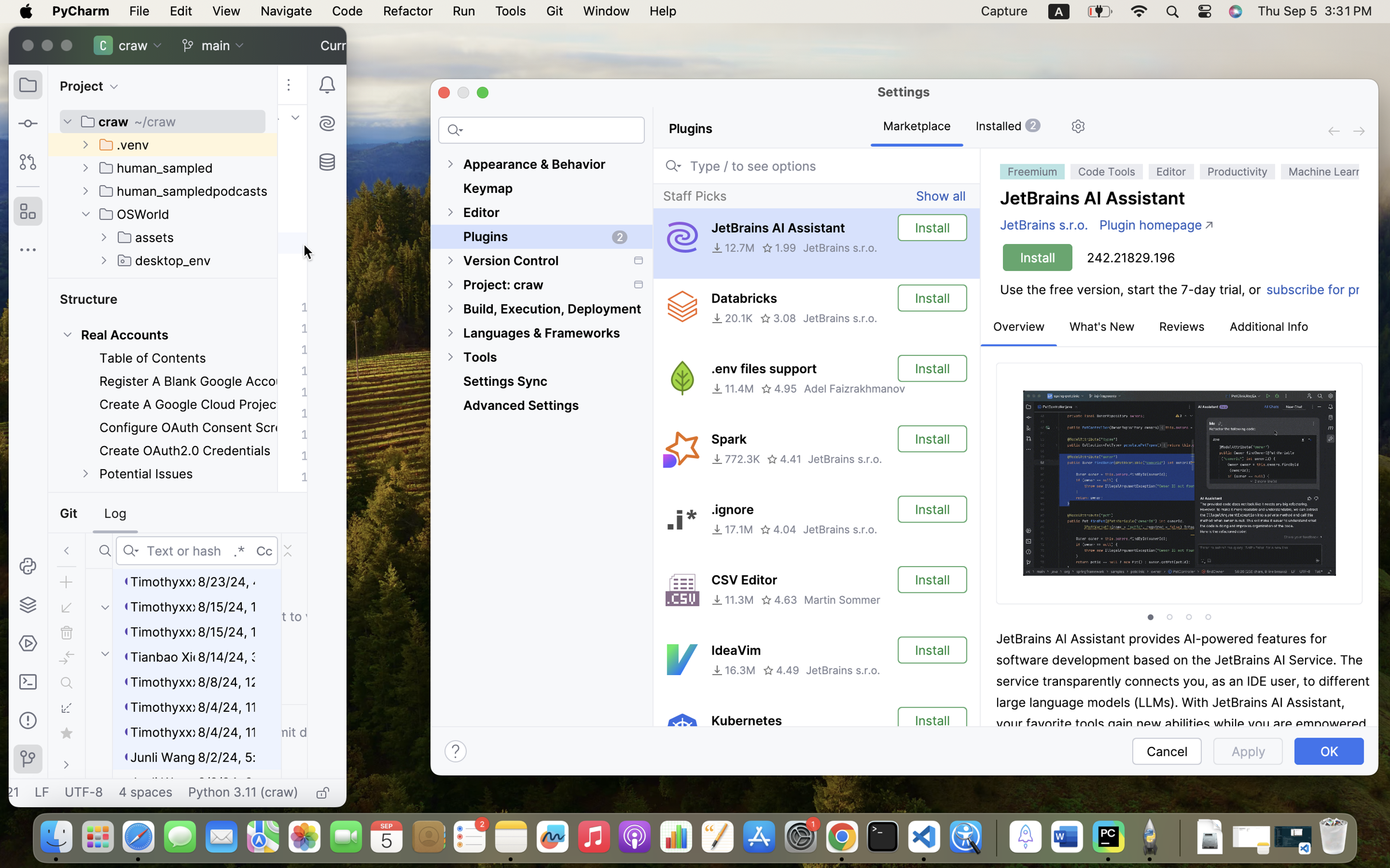  I want to click on '3.08', so click(778, 318).